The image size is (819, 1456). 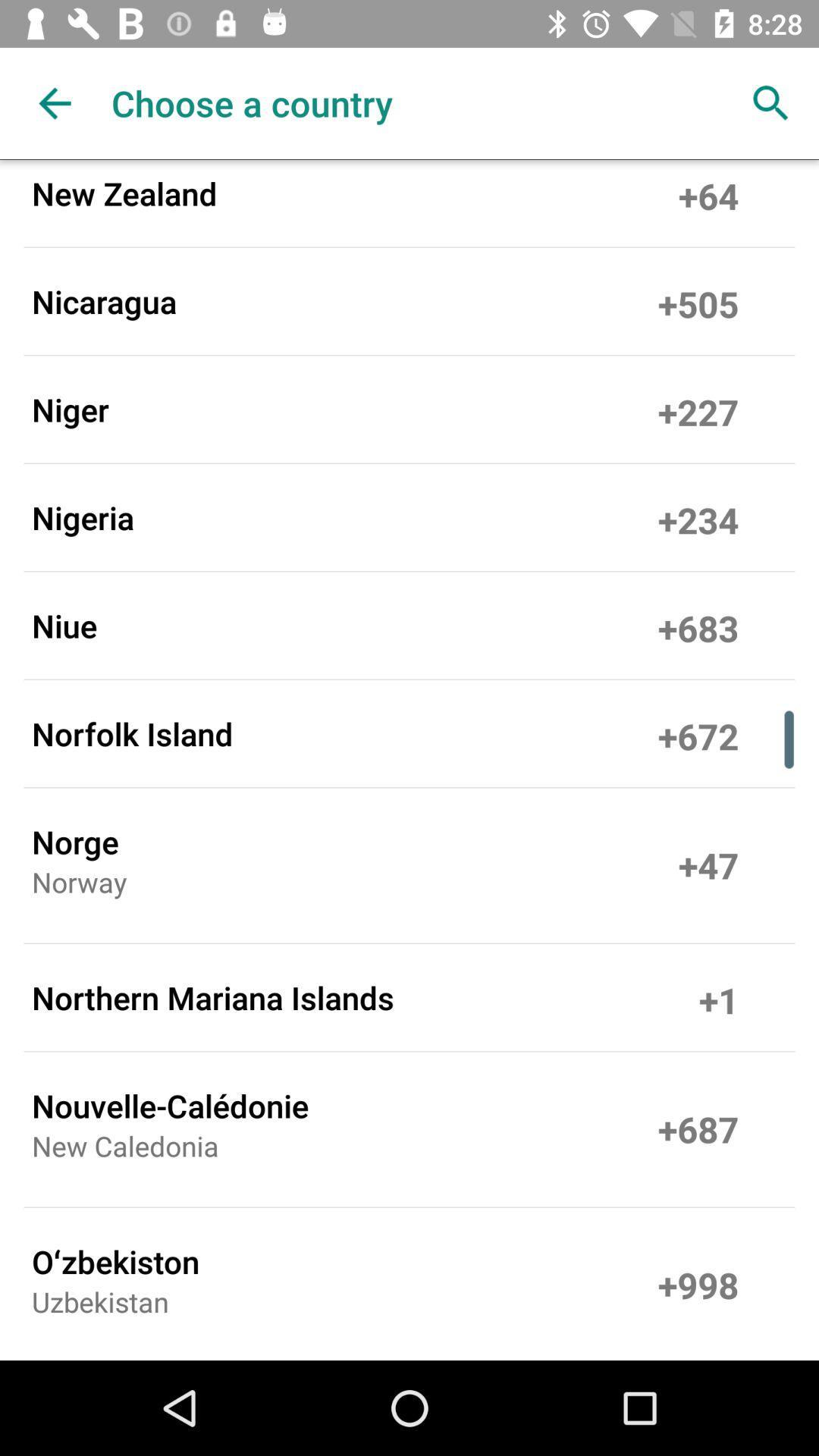 What do you see at coordinates (698, 517) in the screenshot?
I see `item above the +683` at bounding box center [698, 517].